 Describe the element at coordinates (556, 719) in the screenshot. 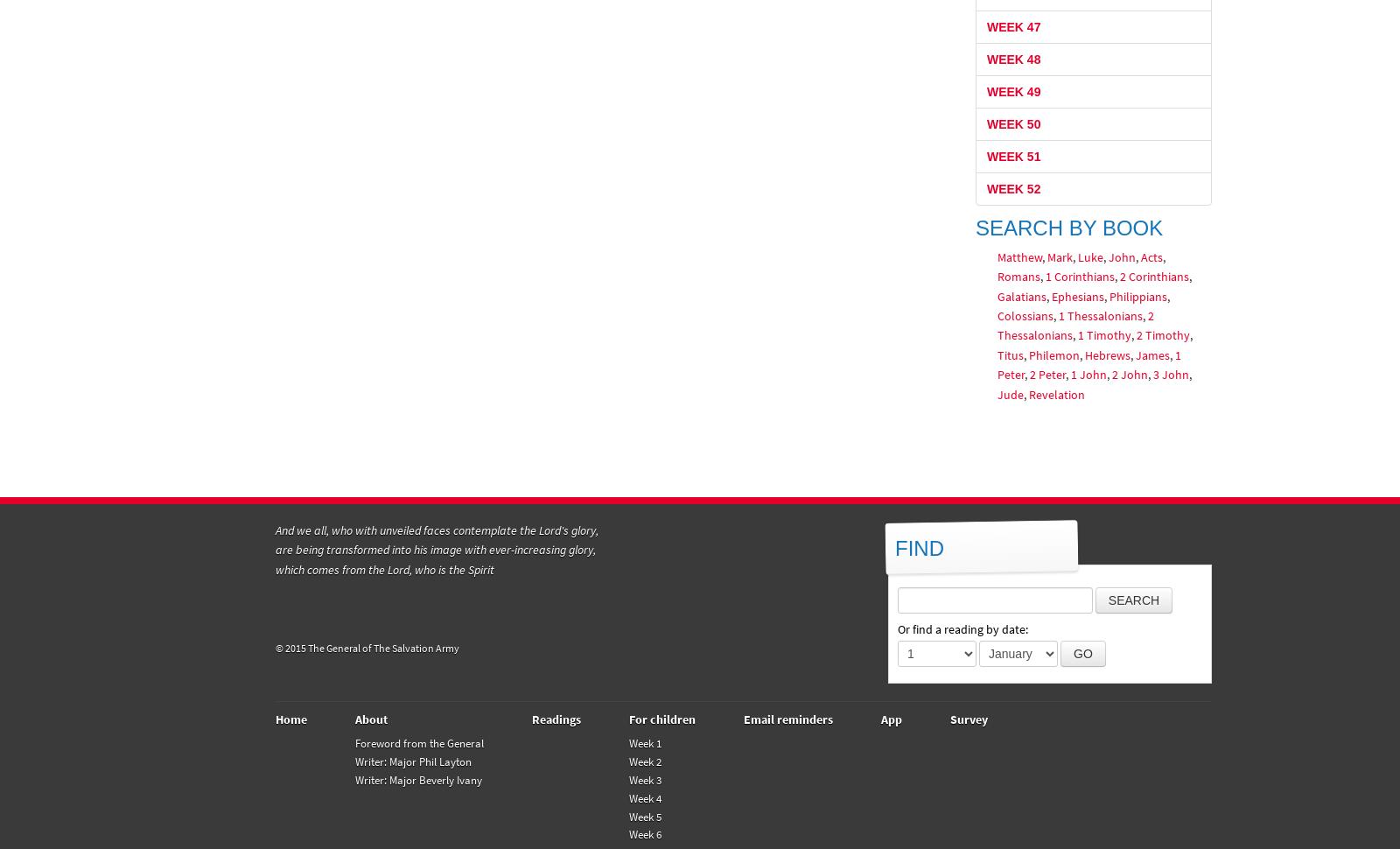

I see `'Readings'` at that location.